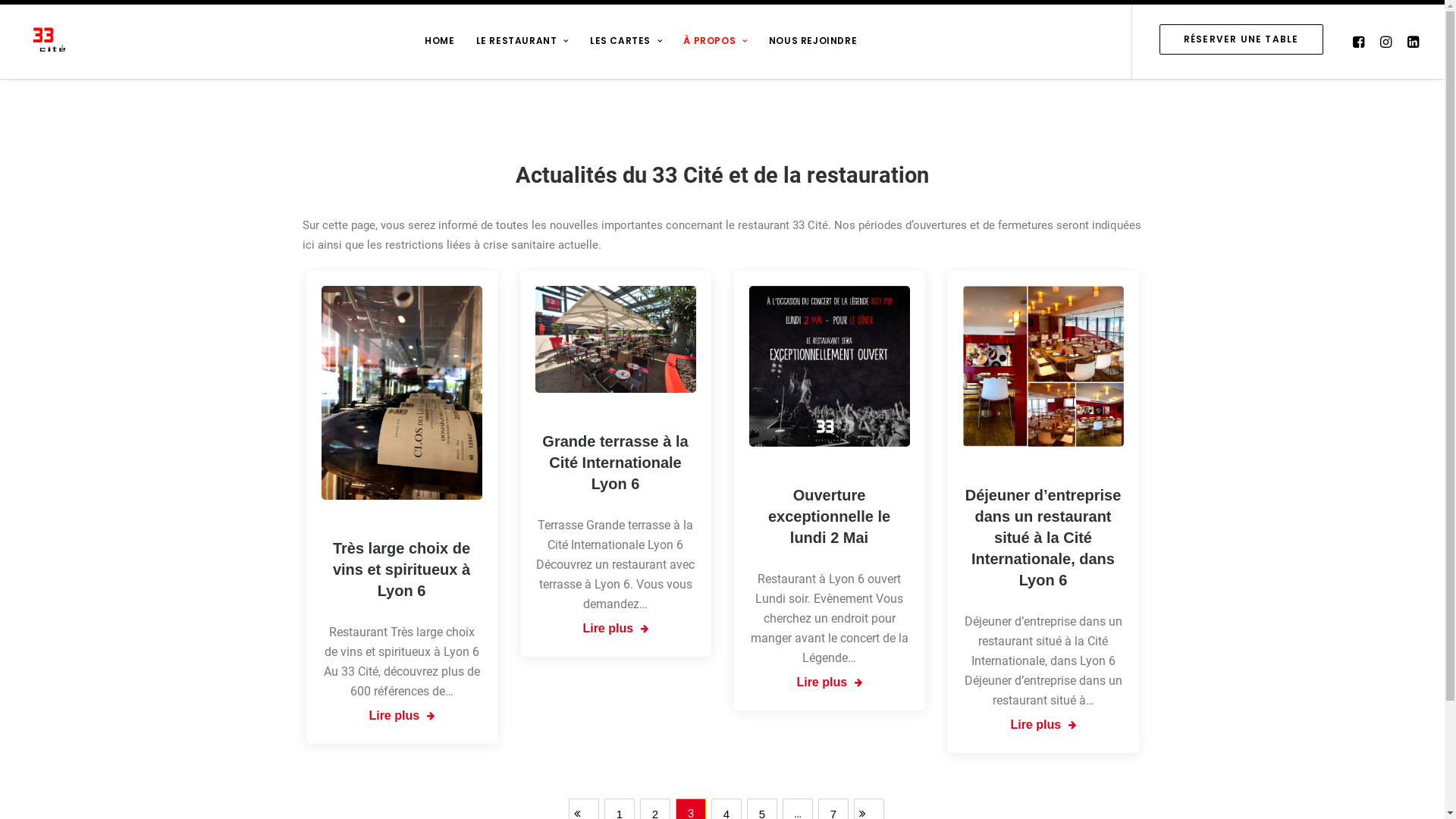 This screenshot has height=819, width=1456. I want to click on 'NOUS REJOINDRE', so click(811, 38).